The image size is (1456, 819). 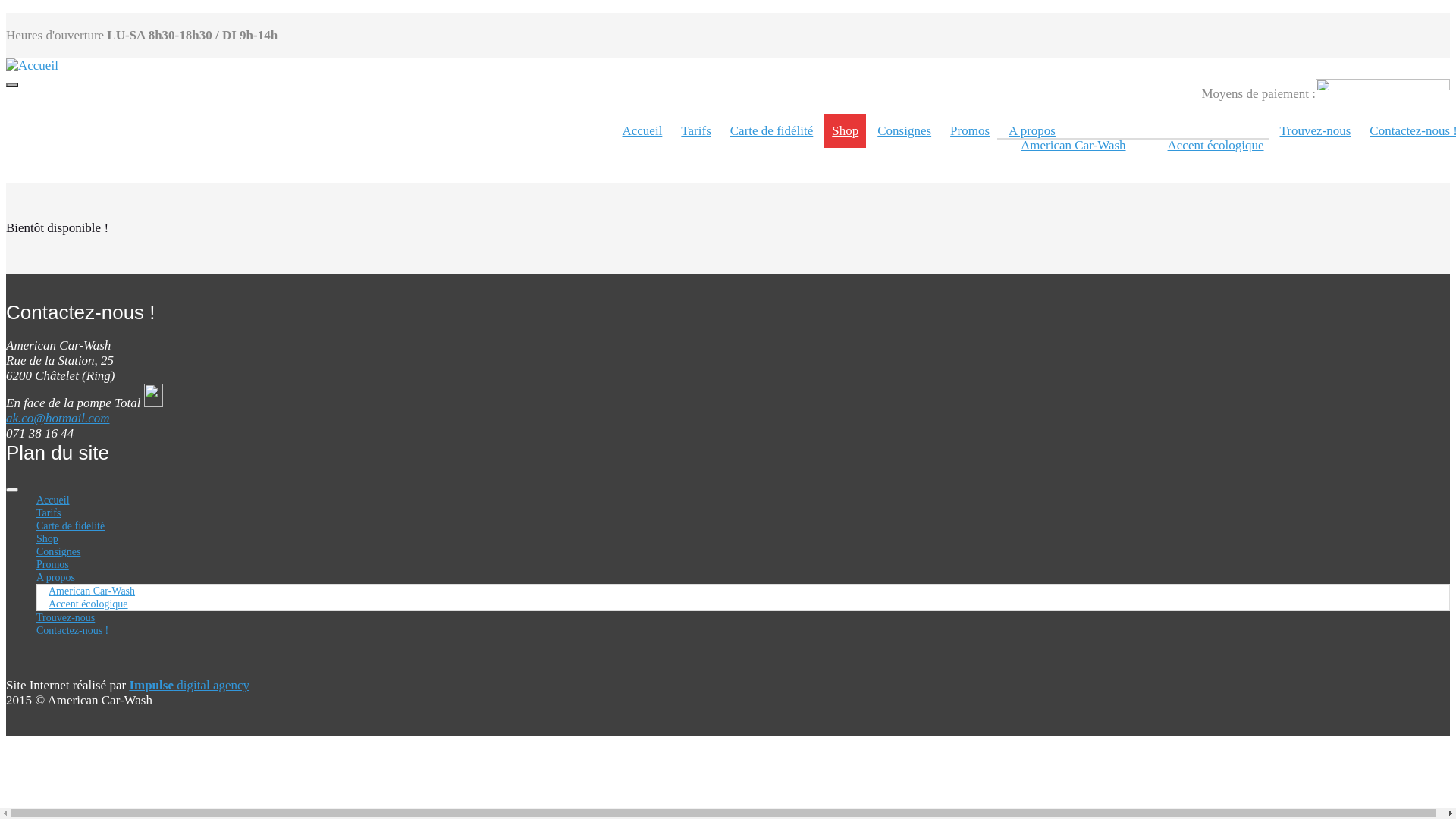 I want to click on 'Tarifs', so click(x=36, y=512).